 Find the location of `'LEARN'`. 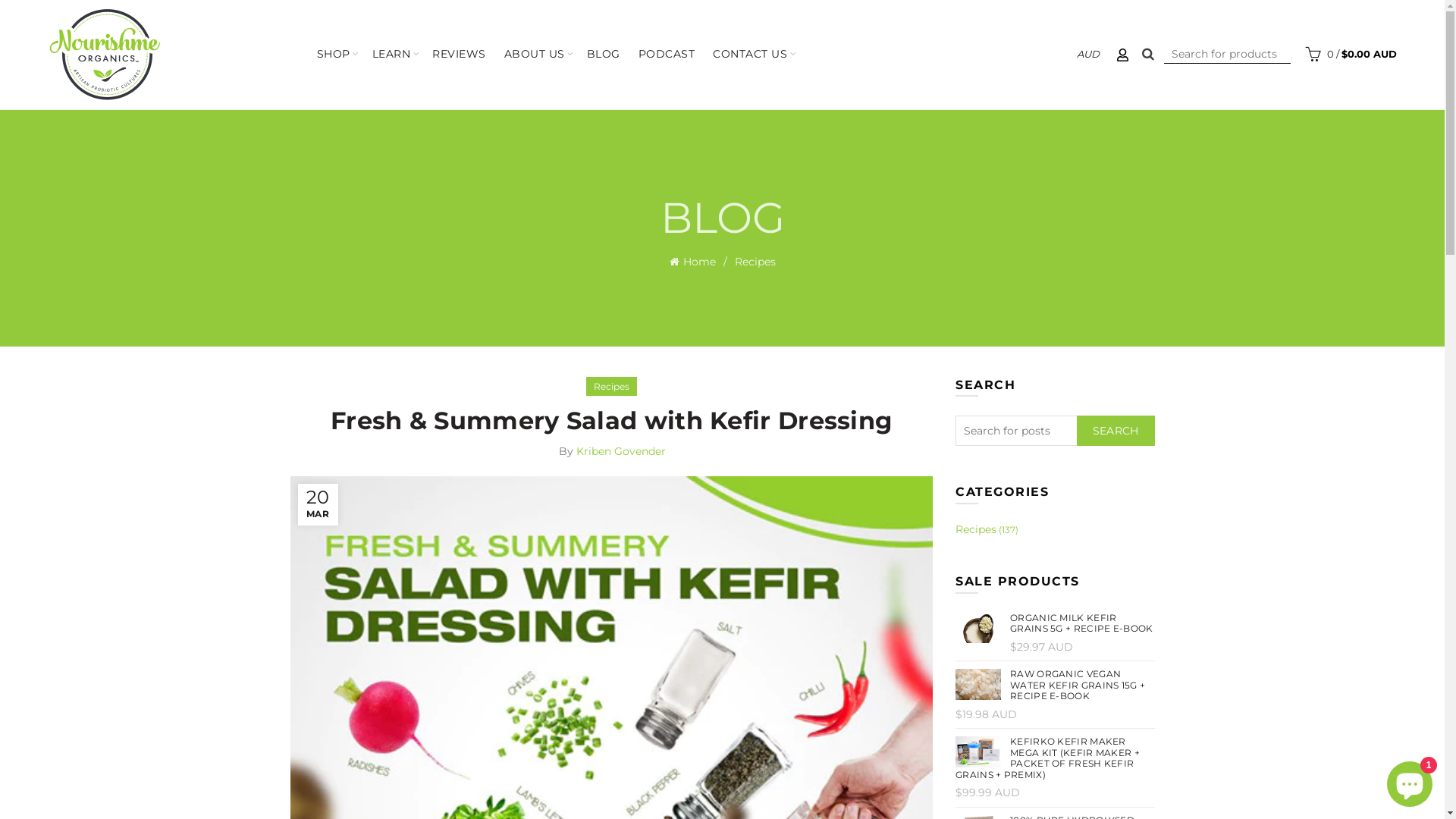

'LEARN' is located at coordinates (391, 53).